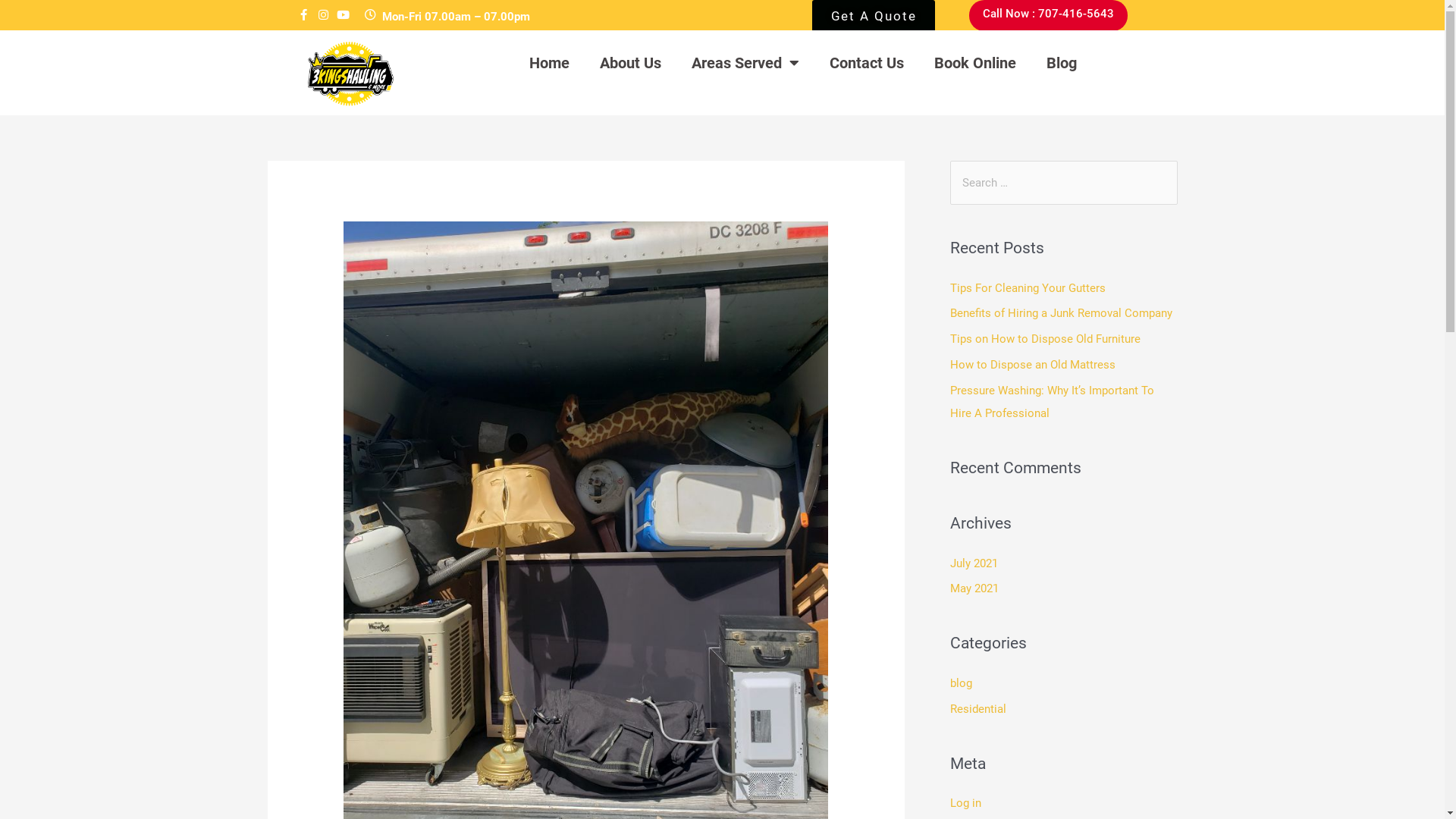 This screenshot has width=1456, height=819. Describe the element at coordinates (975, 62) in the screenshot. I see `'Book Online'` at that location.